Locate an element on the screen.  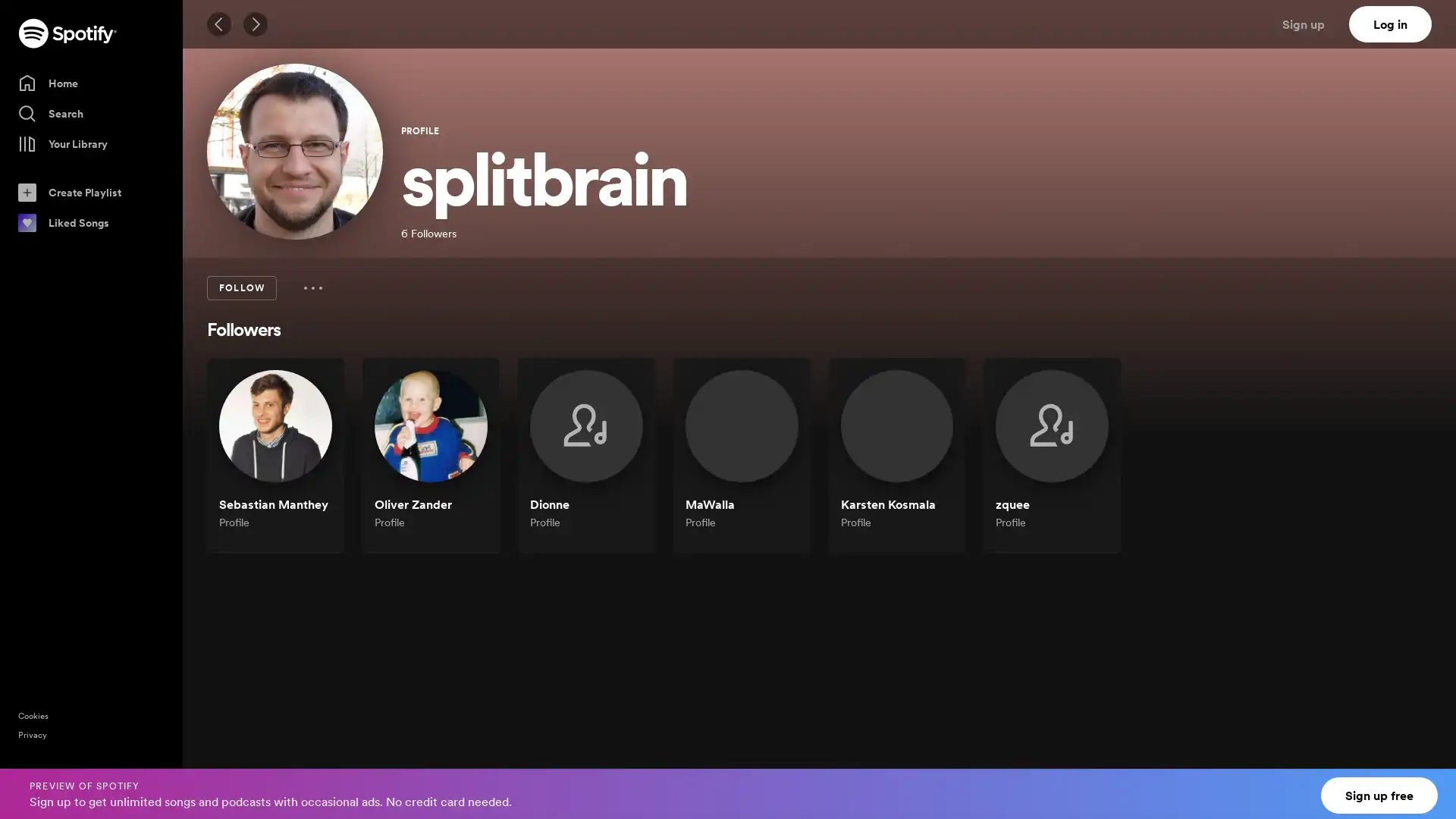
FOLLOW is located at coordinates (240, 288).